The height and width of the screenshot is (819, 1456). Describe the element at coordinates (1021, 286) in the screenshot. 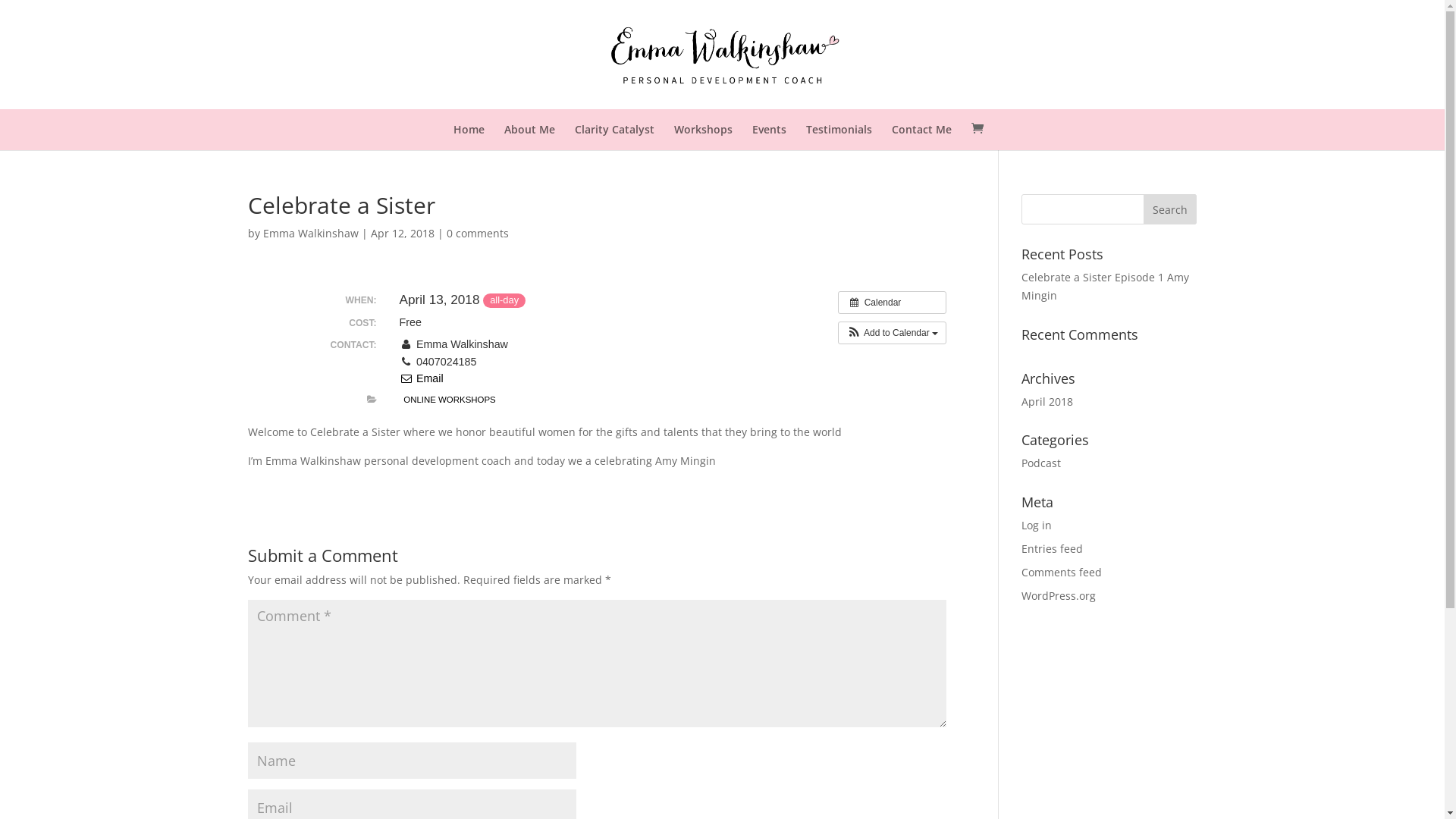

I see `'Celebrate a Sister Episode 1 Amy Mingin'` at that location.